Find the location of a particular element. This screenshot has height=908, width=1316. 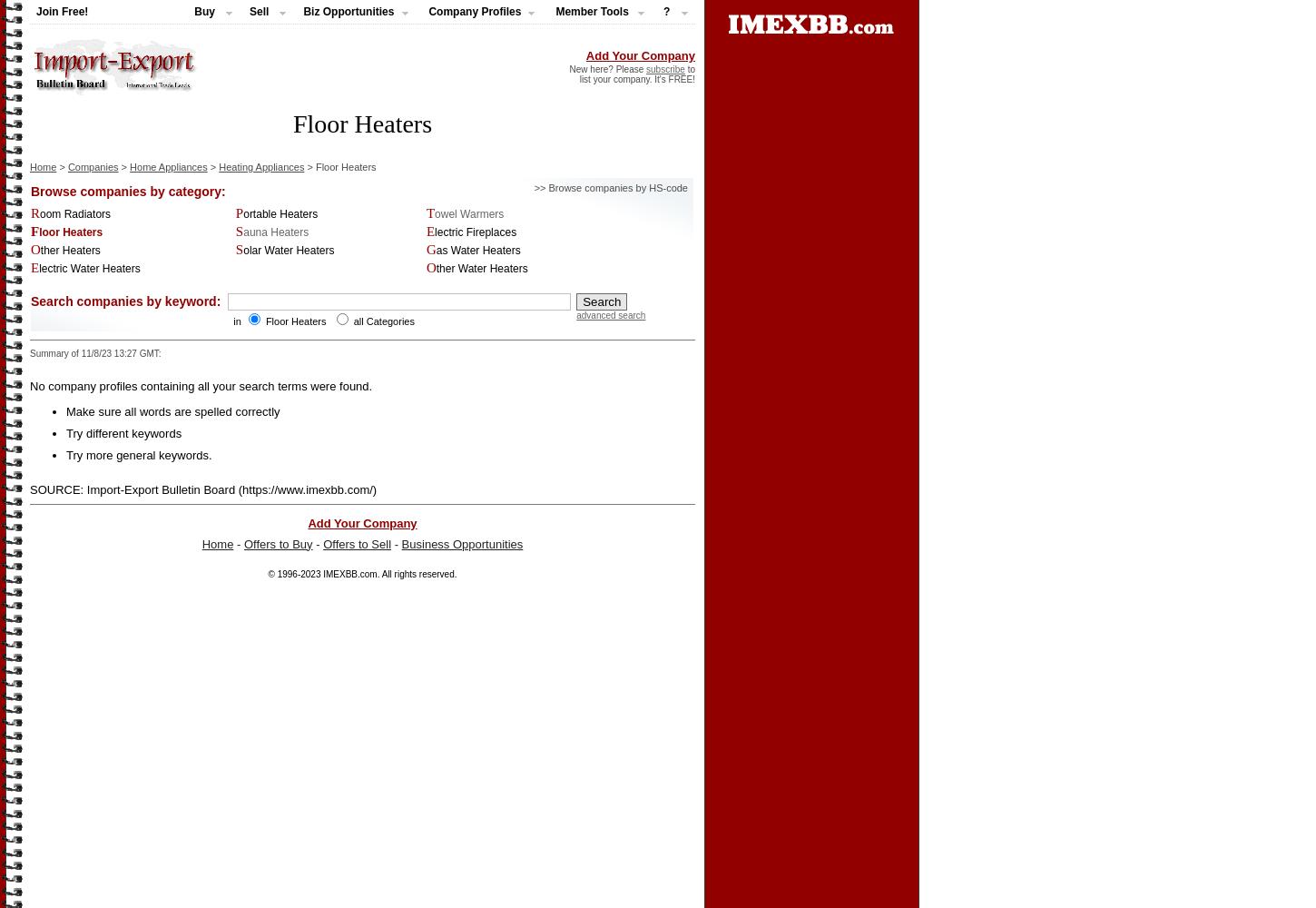

'Business Opportunities' is located at coordinates (461, 542).